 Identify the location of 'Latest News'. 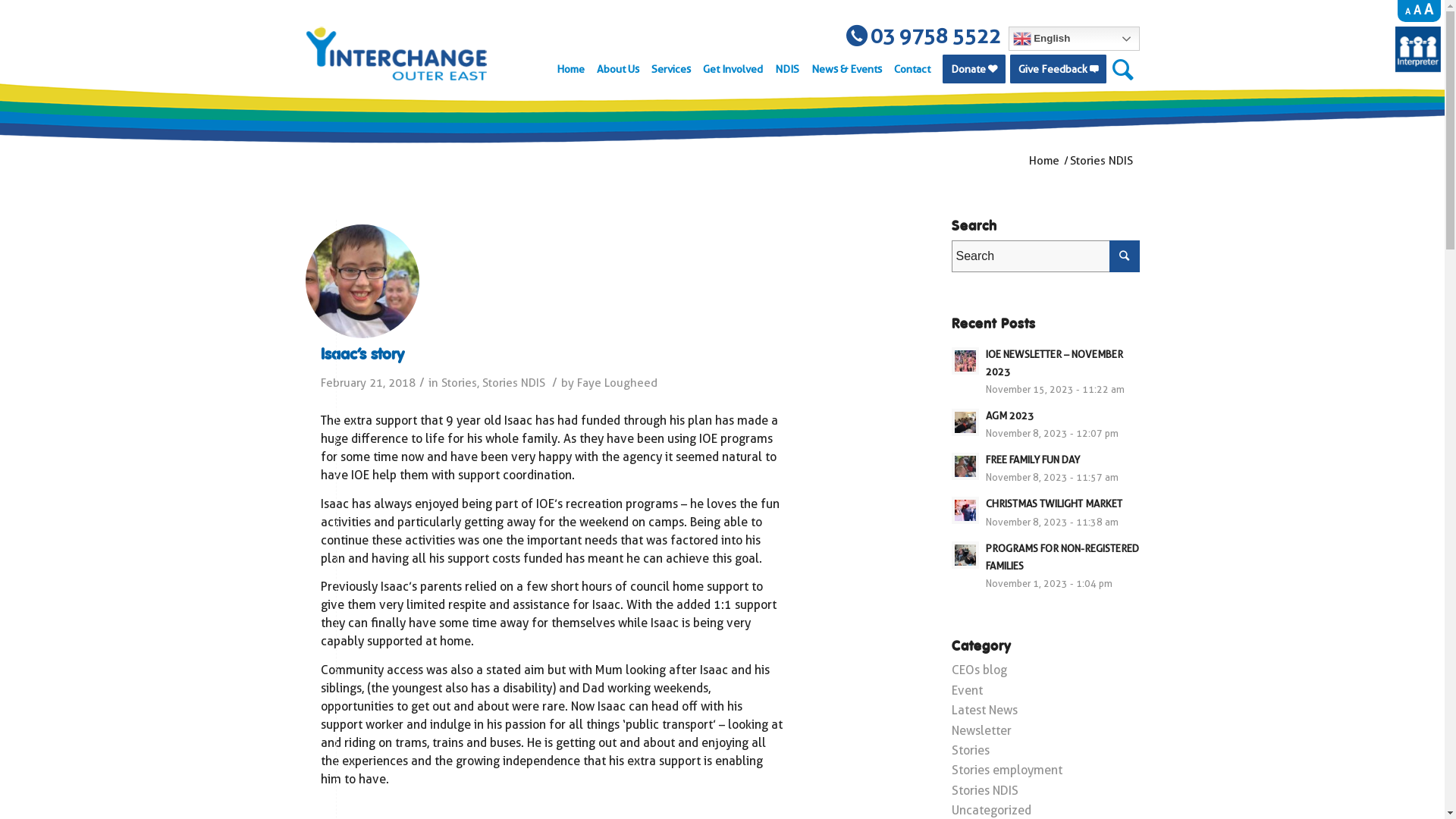
(984, 710).